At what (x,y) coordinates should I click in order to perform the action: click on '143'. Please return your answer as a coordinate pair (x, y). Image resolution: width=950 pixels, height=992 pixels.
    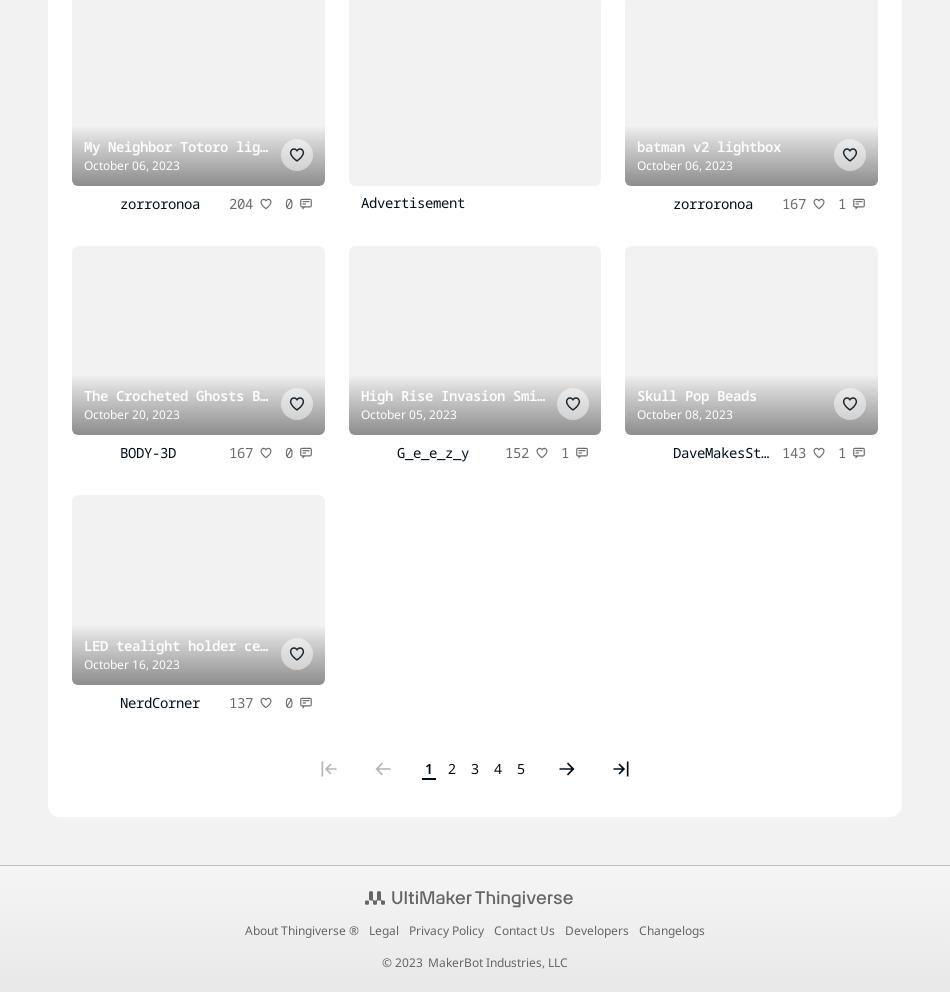
    Looking at the image, I should click on (793, 451).